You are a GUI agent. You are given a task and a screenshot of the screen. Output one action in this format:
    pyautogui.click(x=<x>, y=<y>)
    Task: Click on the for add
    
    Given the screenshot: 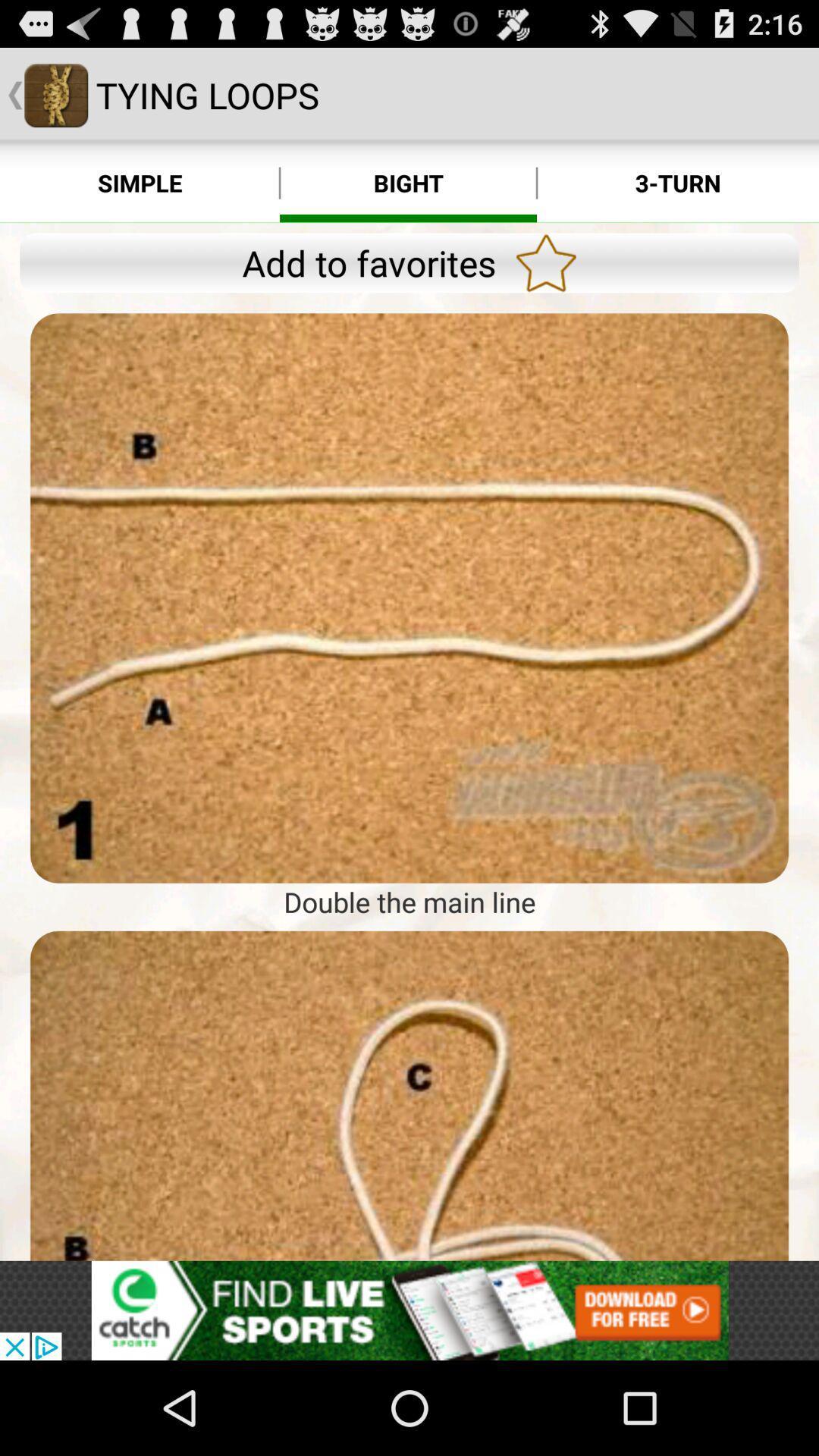 What is the action you would take?
    pyautogui.click(x=409, y=597)
    